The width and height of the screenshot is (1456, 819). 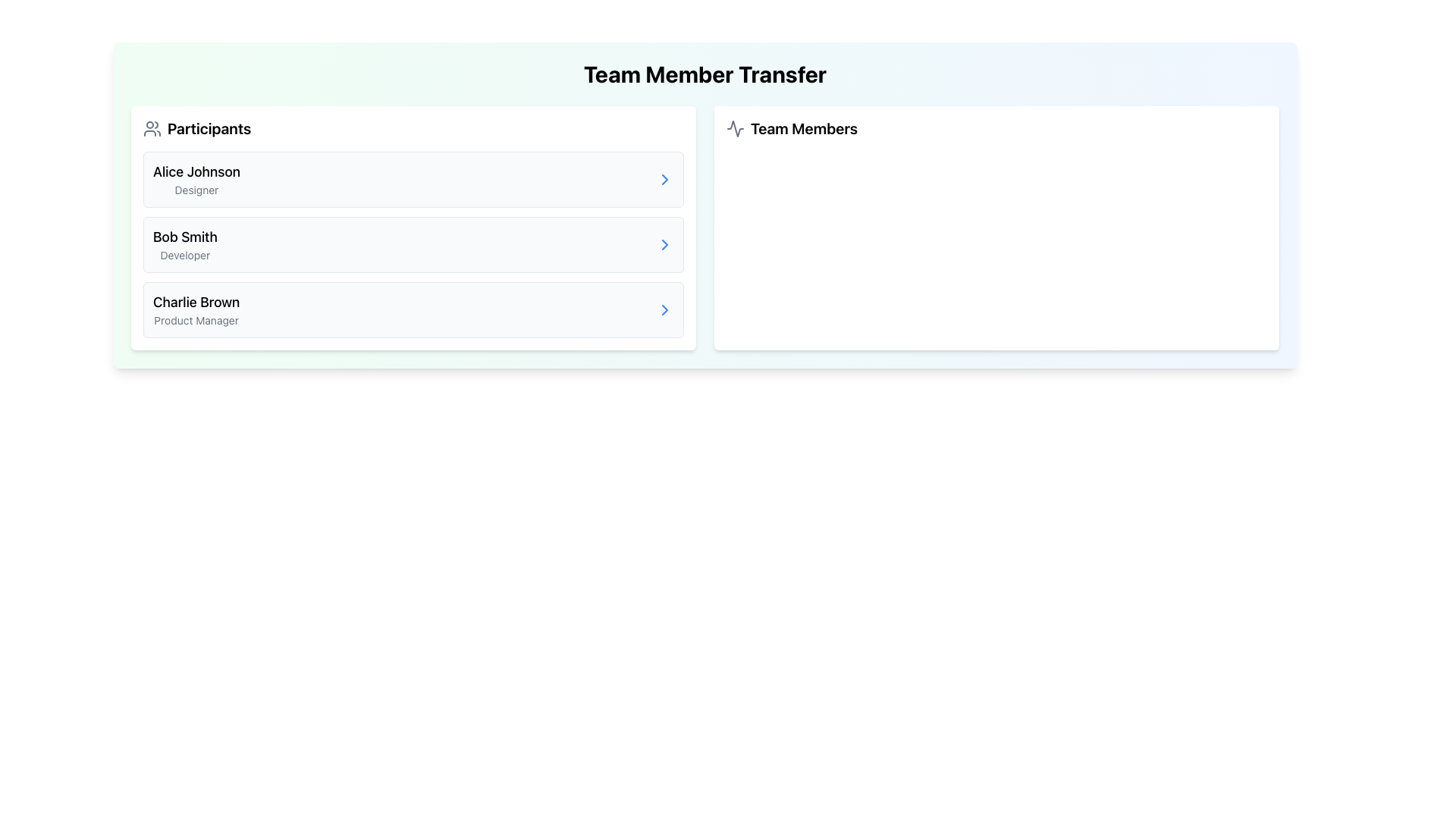 What do you see at coordinates (196, 302) in the screenshot?
I see `the text label 'Charlie Brown Product Manager', which is the upper text item within the participant list under the heading 'Participants'` at bounding box center [196, 302].